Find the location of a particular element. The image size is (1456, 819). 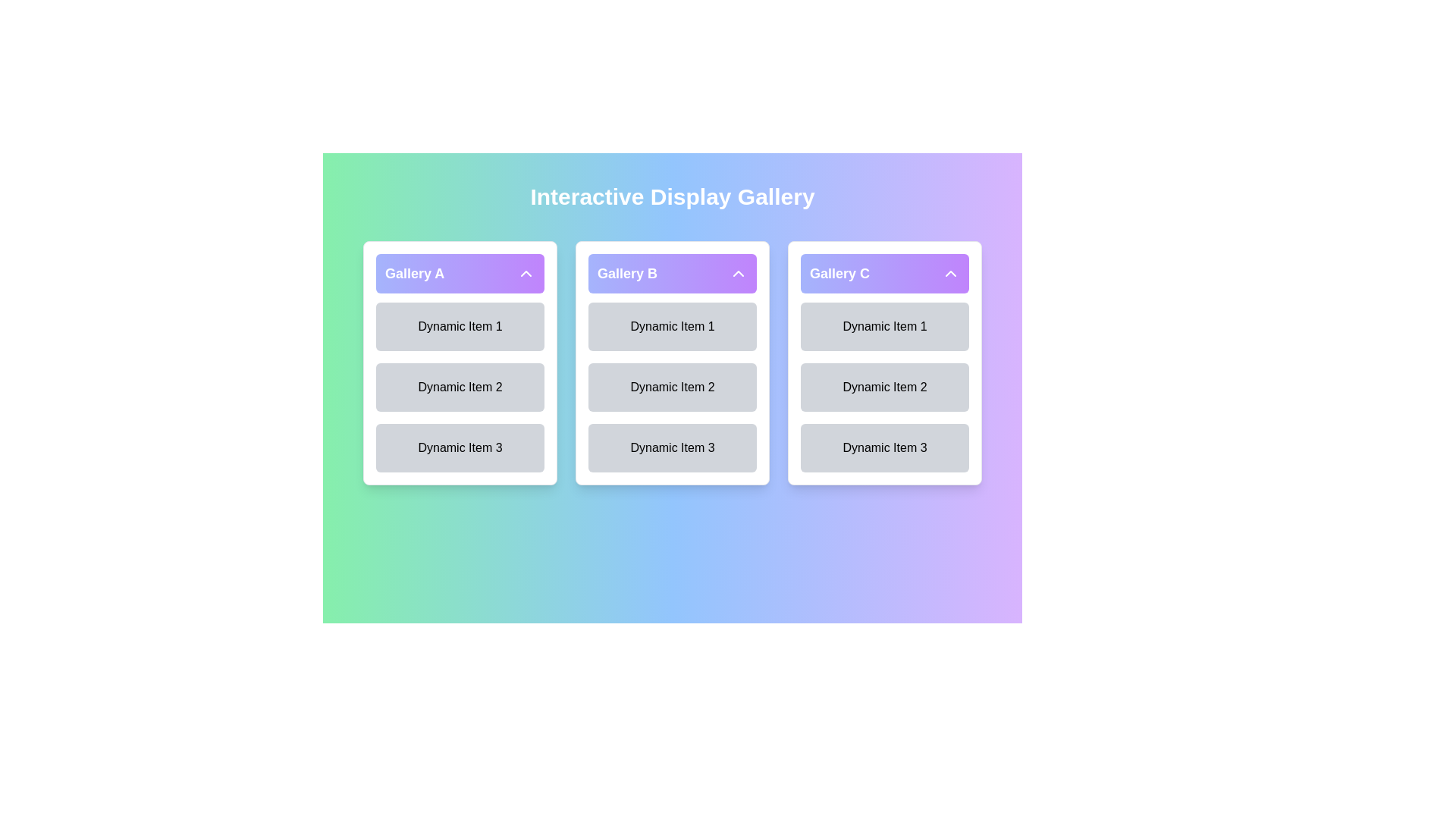

the text label displaying 'Interactive Display Gallery', which is styled with bold and large white text against a gradient background of green, blue, and purple hues is located at coordinates (672, 196).